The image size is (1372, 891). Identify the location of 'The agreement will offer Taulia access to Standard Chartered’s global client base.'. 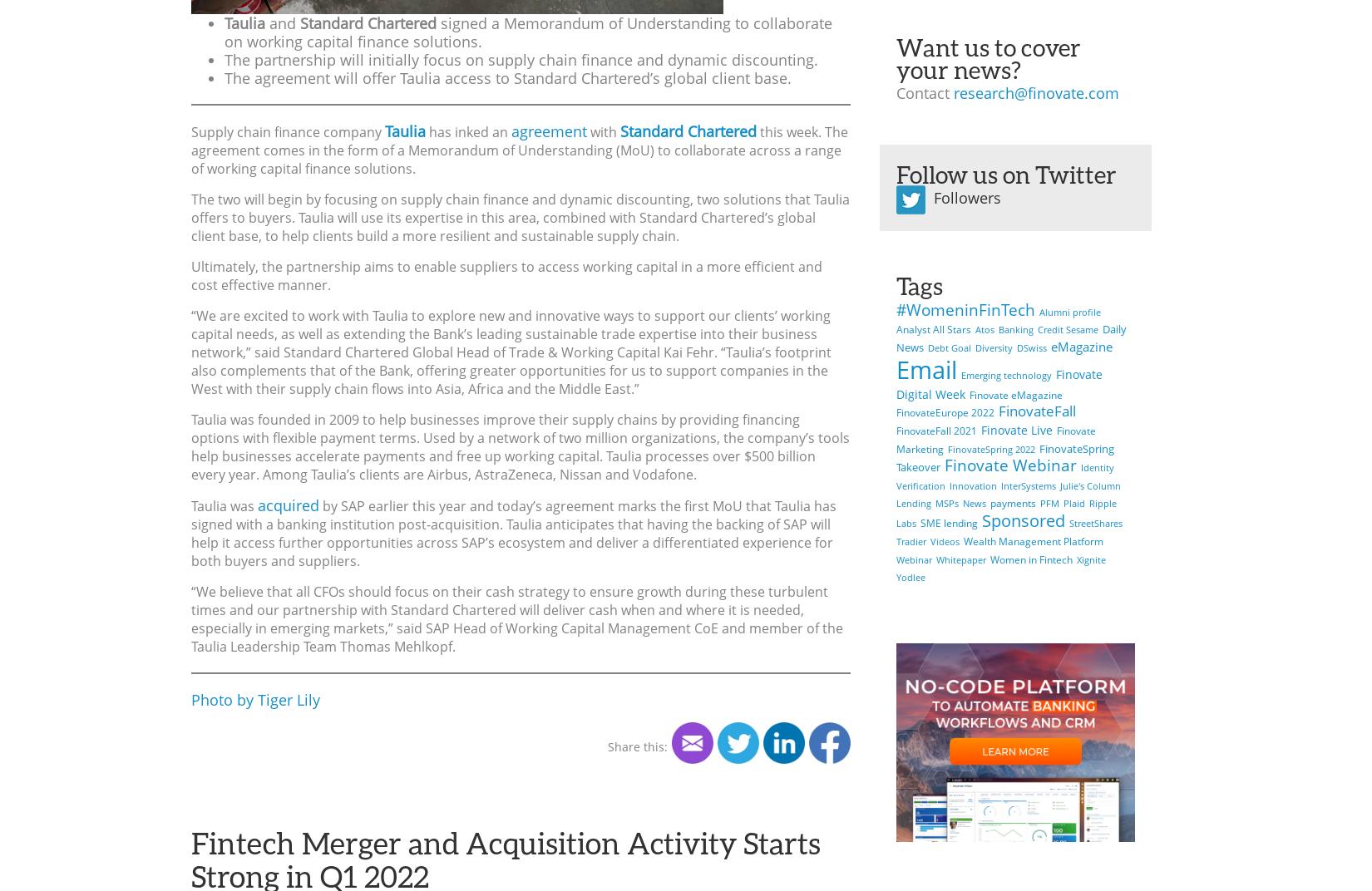
(506, 77).